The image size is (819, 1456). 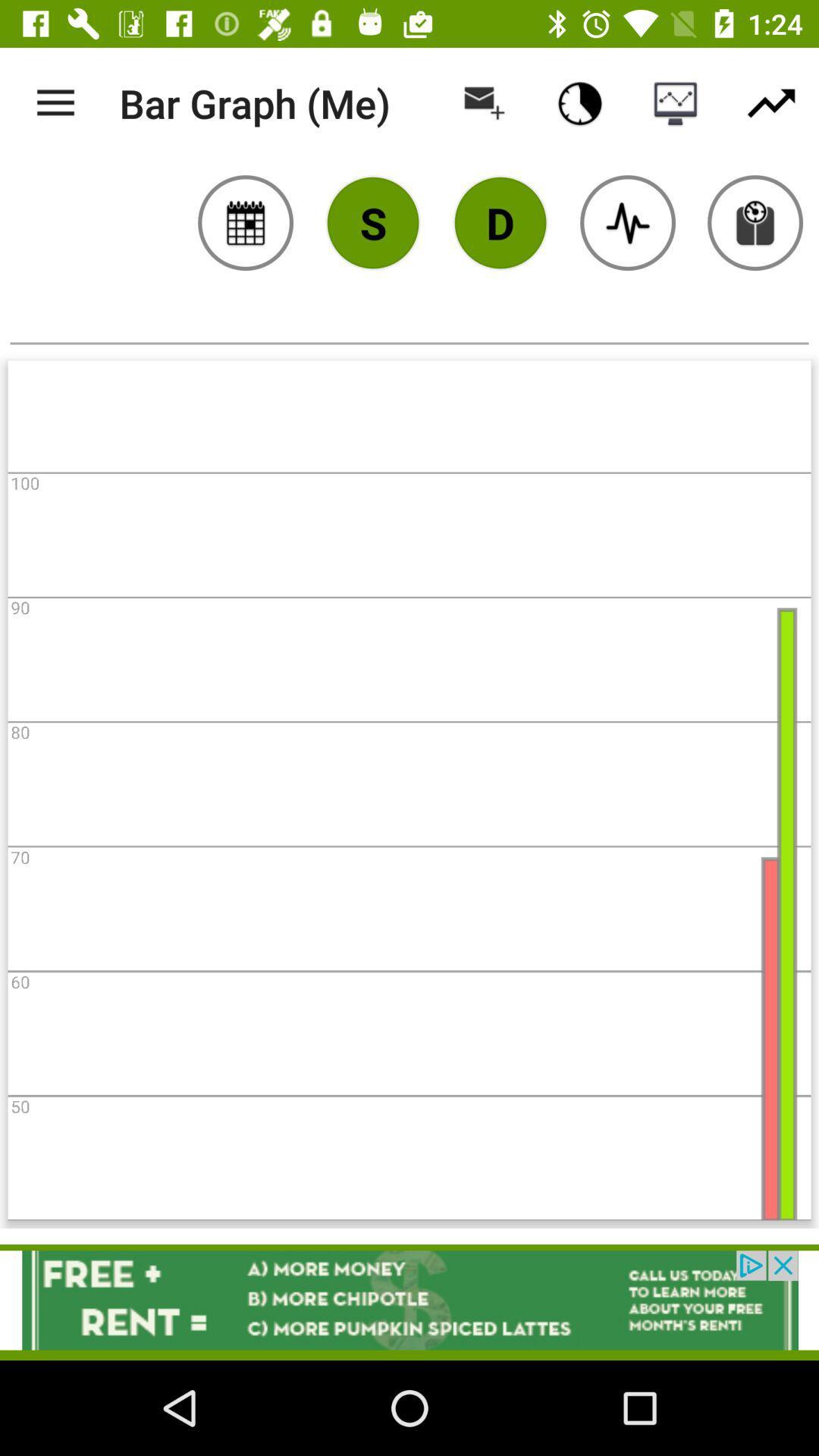 I want to click on open an advertisements, so click(x=409, y=1299).